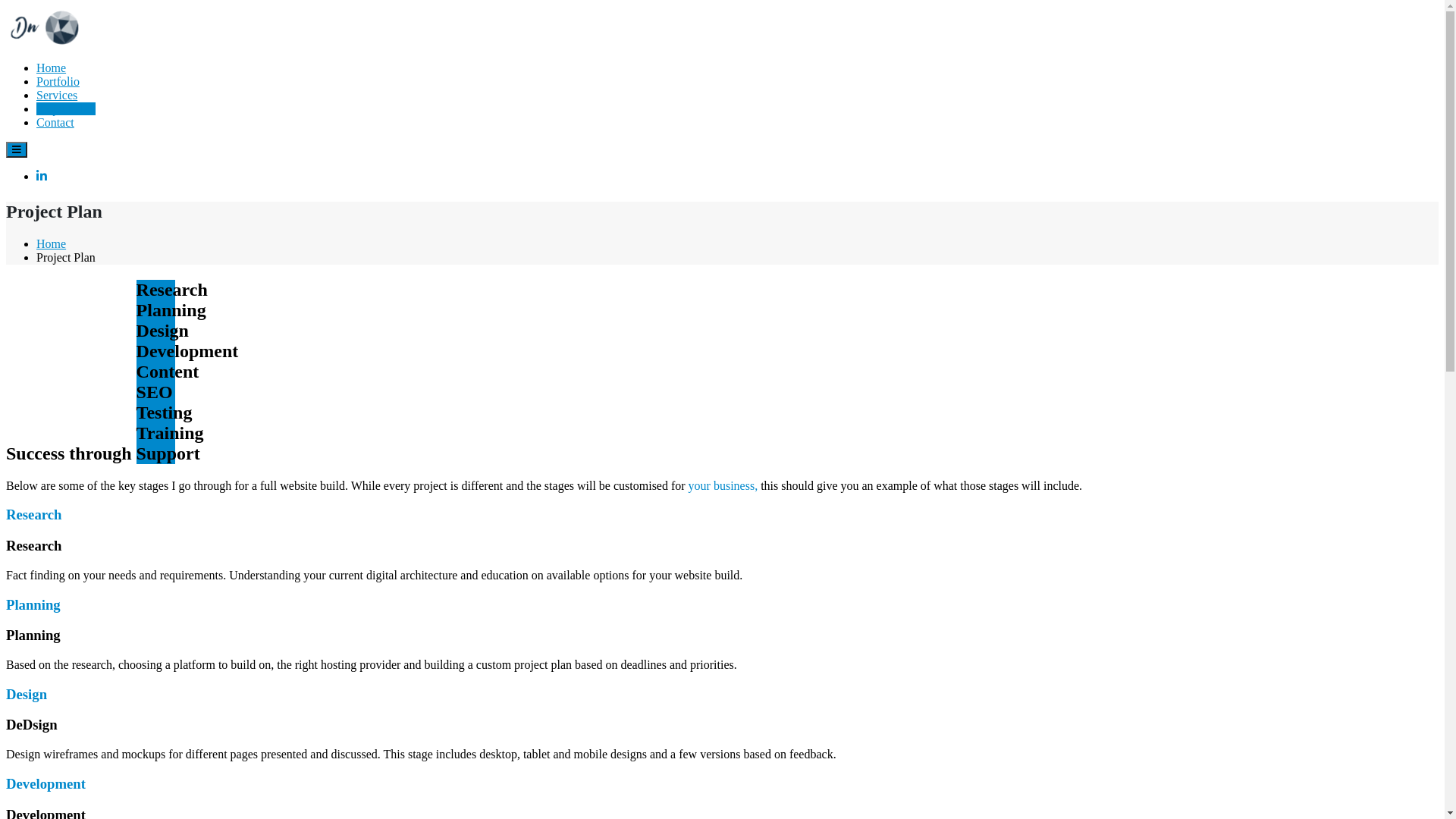 This screenshot has width=1456, height=819. Describe the element at coordinates (57, 95) in the screenshot. I see `'Services'` at that location.